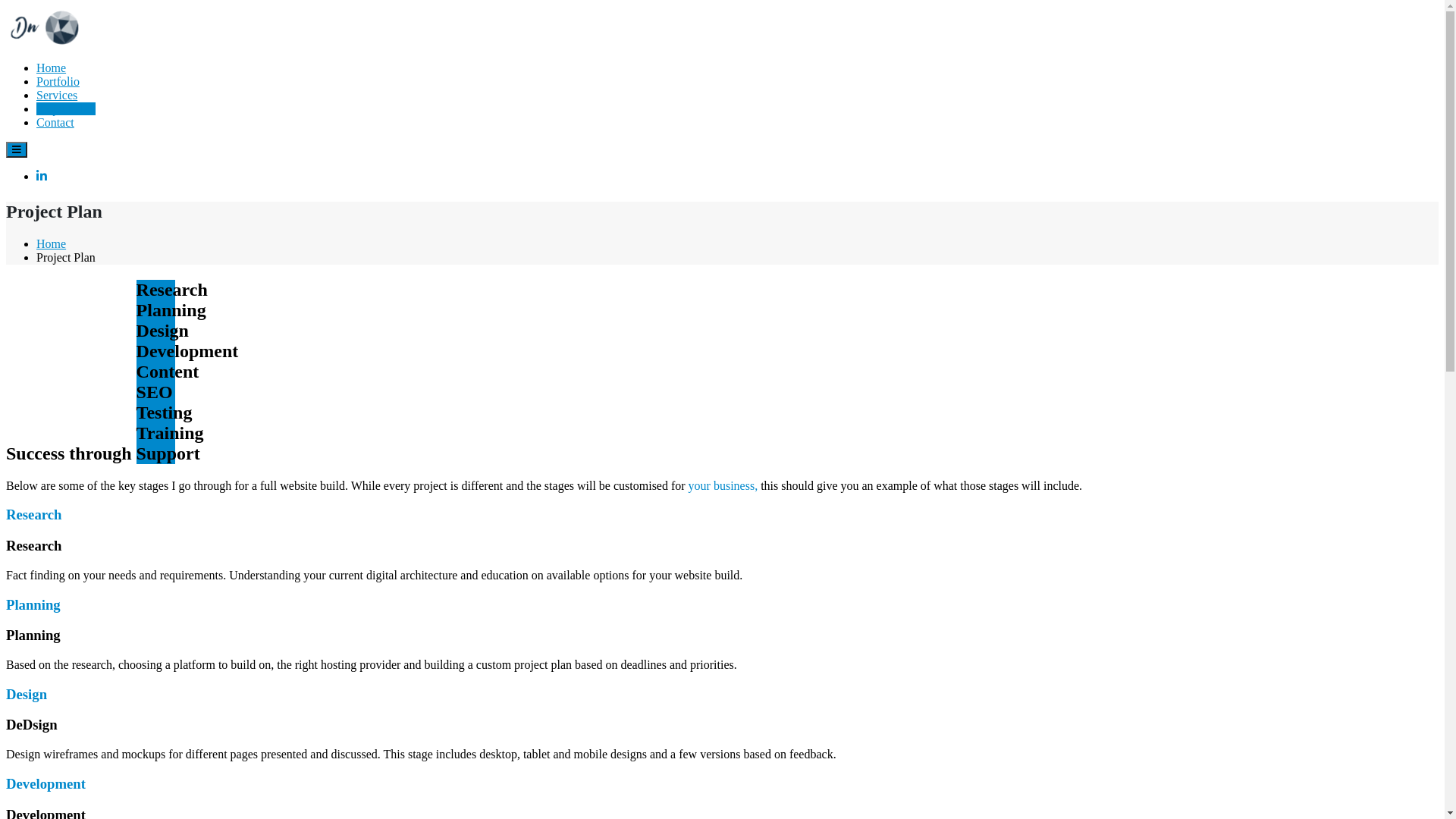 This screenshot has width=1456, height=819. Describe the element at coordinates (57, 95) in the screenshot. I see `'Services'` at that location.